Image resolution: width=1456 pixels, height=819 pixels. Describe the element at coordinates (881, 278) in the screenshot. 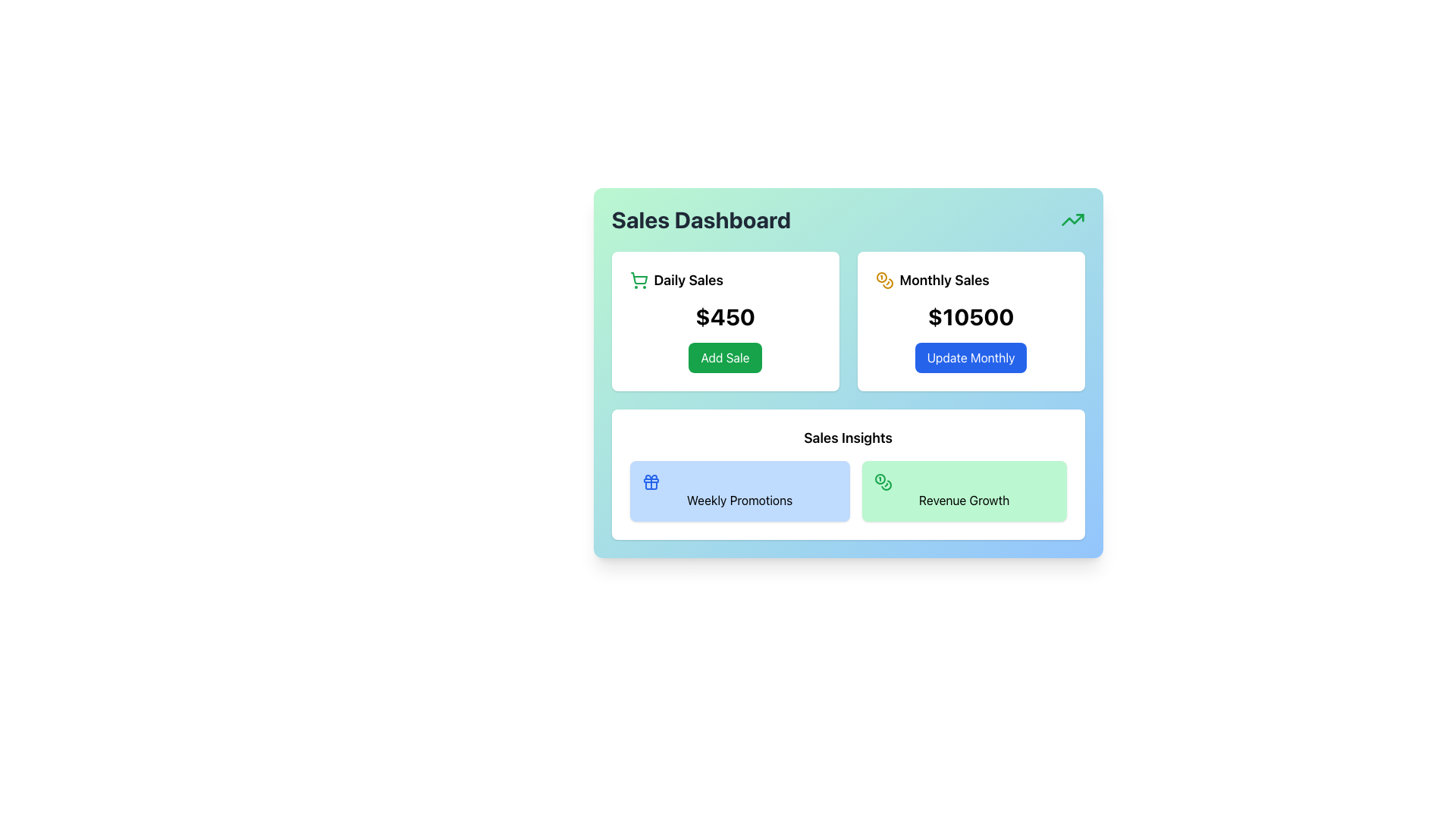

I see `the yellow graphical circle element representing coins in the 'Monthly Sales' section of the Sales Dashboard interface, located adjacent to the '$10500' text` at that location.